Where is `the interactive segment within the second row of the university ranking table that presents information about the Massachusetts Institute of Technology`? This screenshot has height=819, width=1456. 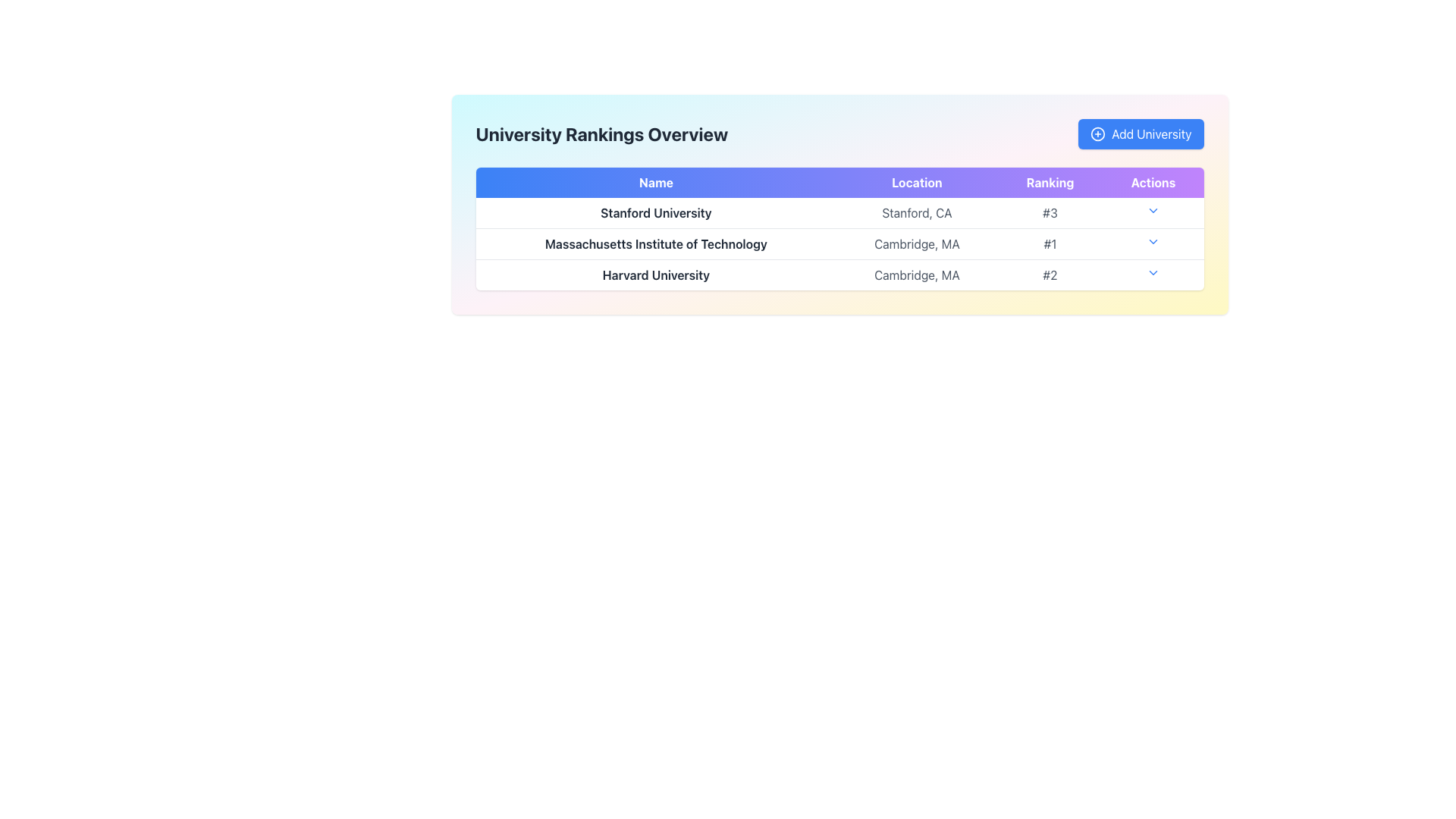 the interactive segment within the second row of the university ranking table that presents information about the Massachusetts Institute of Technology is located at coordinates (839, 243).